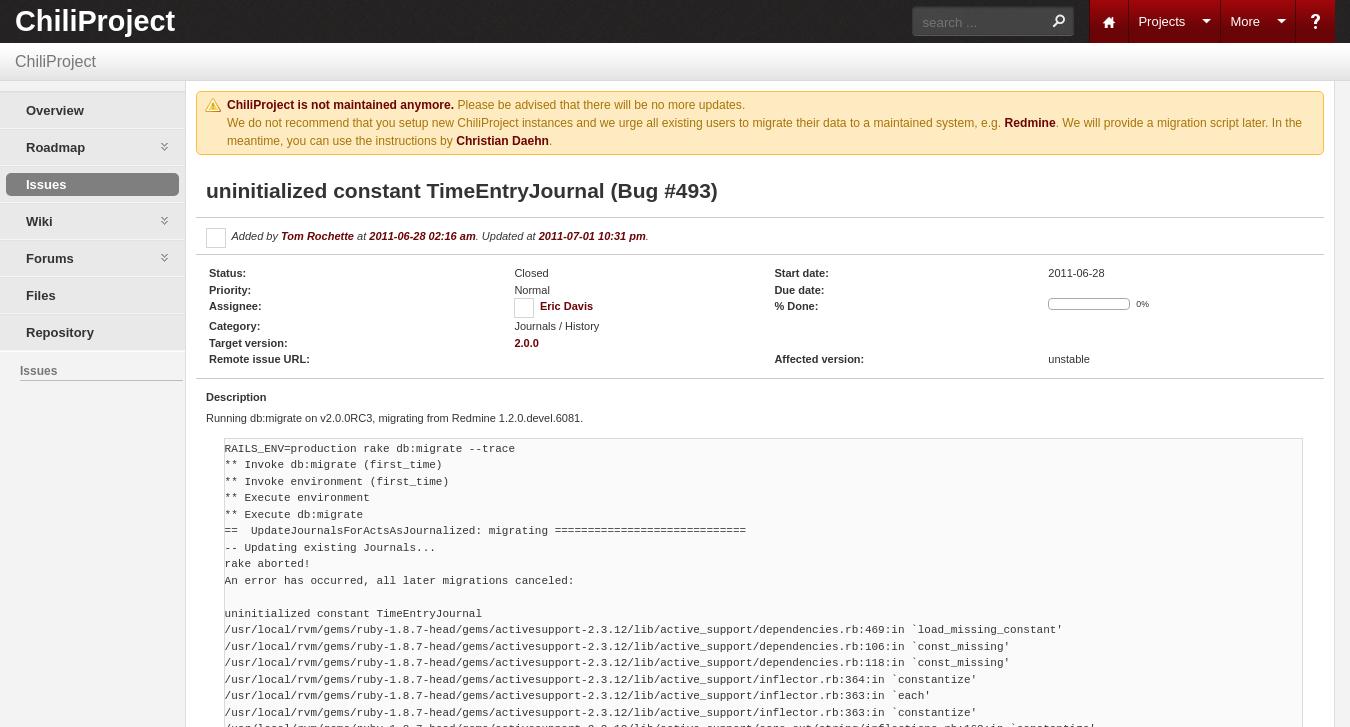 The width and height of the screenshot is (1350, 727). Describe the element at coordinates (234, 305) in the screenshot. I see `'Assignee:'` at that location.